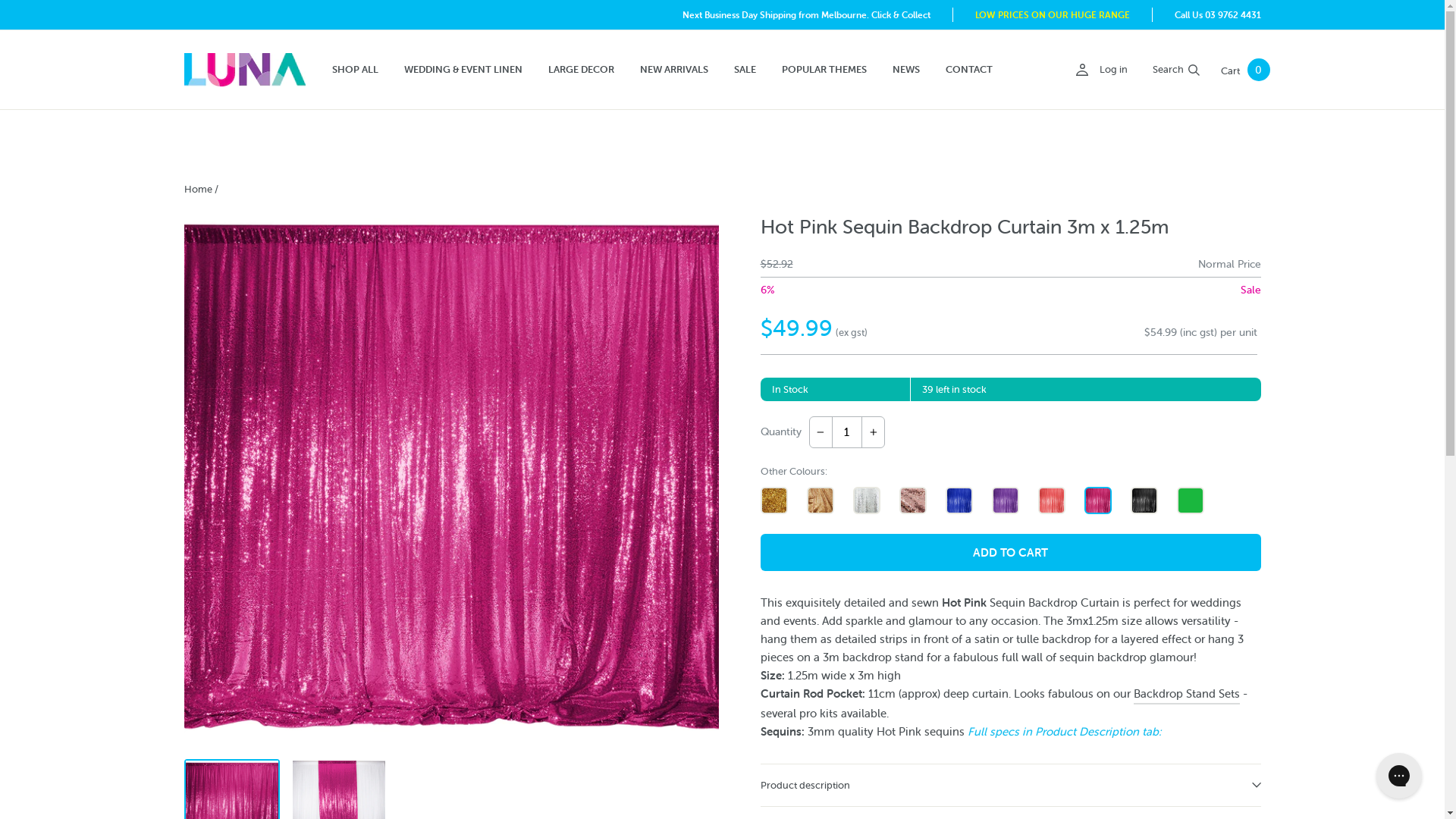 The image size is (1456, 819). Describe the element at coordinates (805, 14) in the screenshot. I see `'Next Business Day Shipping from Melbourne. Click & Collect'` at that location.